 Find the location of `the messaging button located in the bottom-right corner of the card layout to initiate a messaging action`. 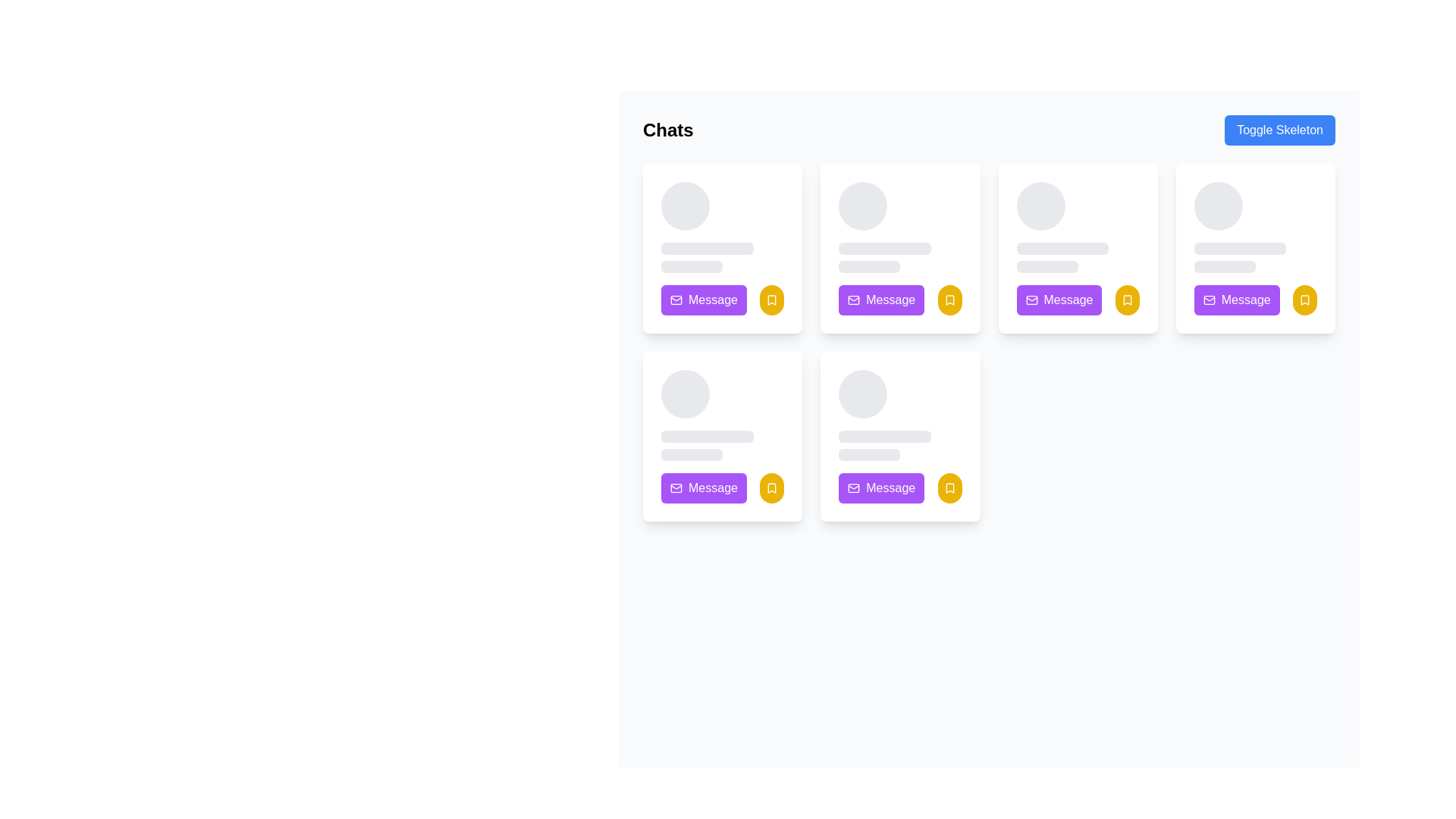

the messaging button located in the bottom-right corner of the card layout to initiate a messaging action is located at coordinates (1077, 300).